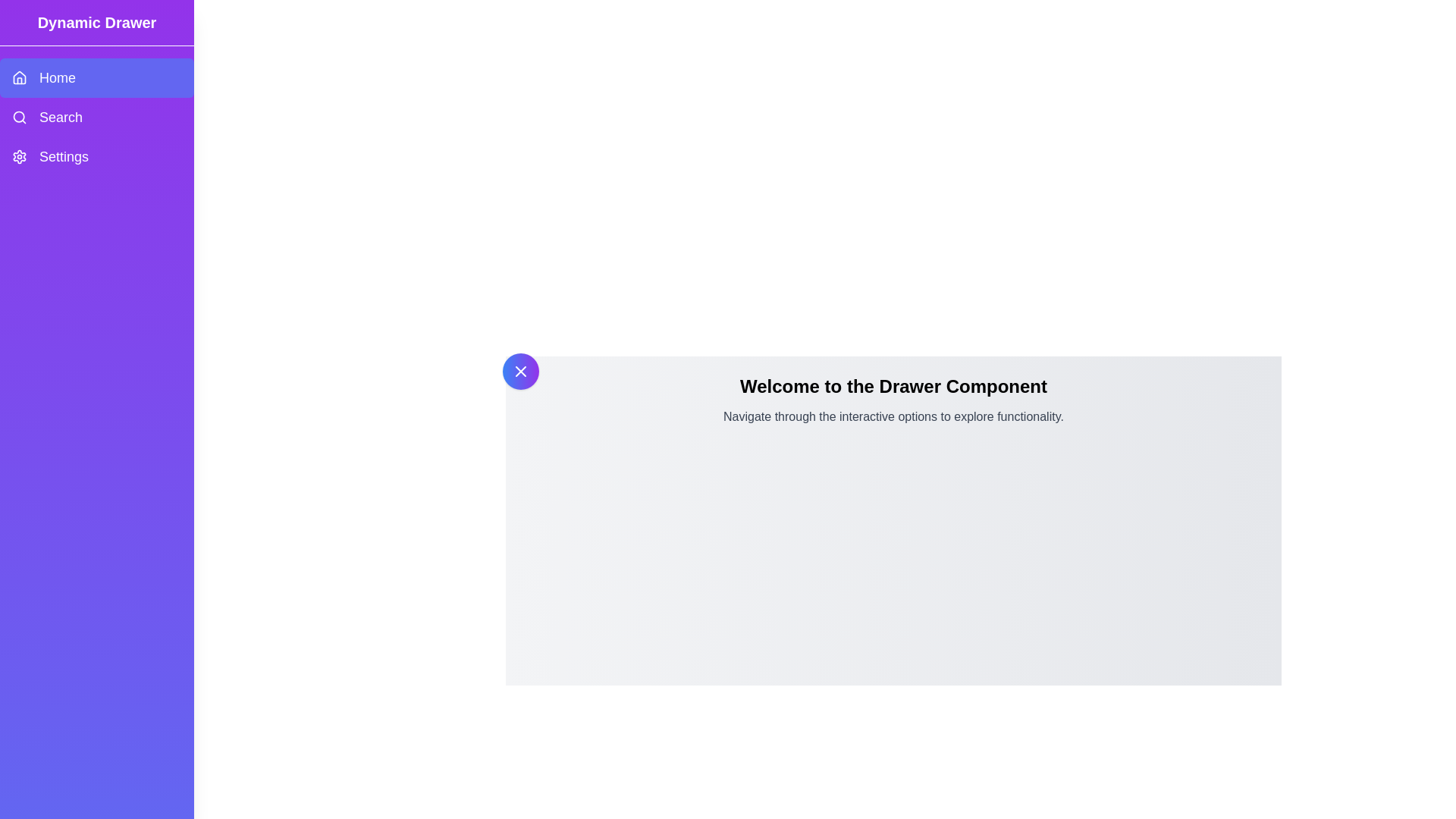 This screenshot has width=1456, height=819. I want to click on the Search from the drawer menu, so click(96, 116).